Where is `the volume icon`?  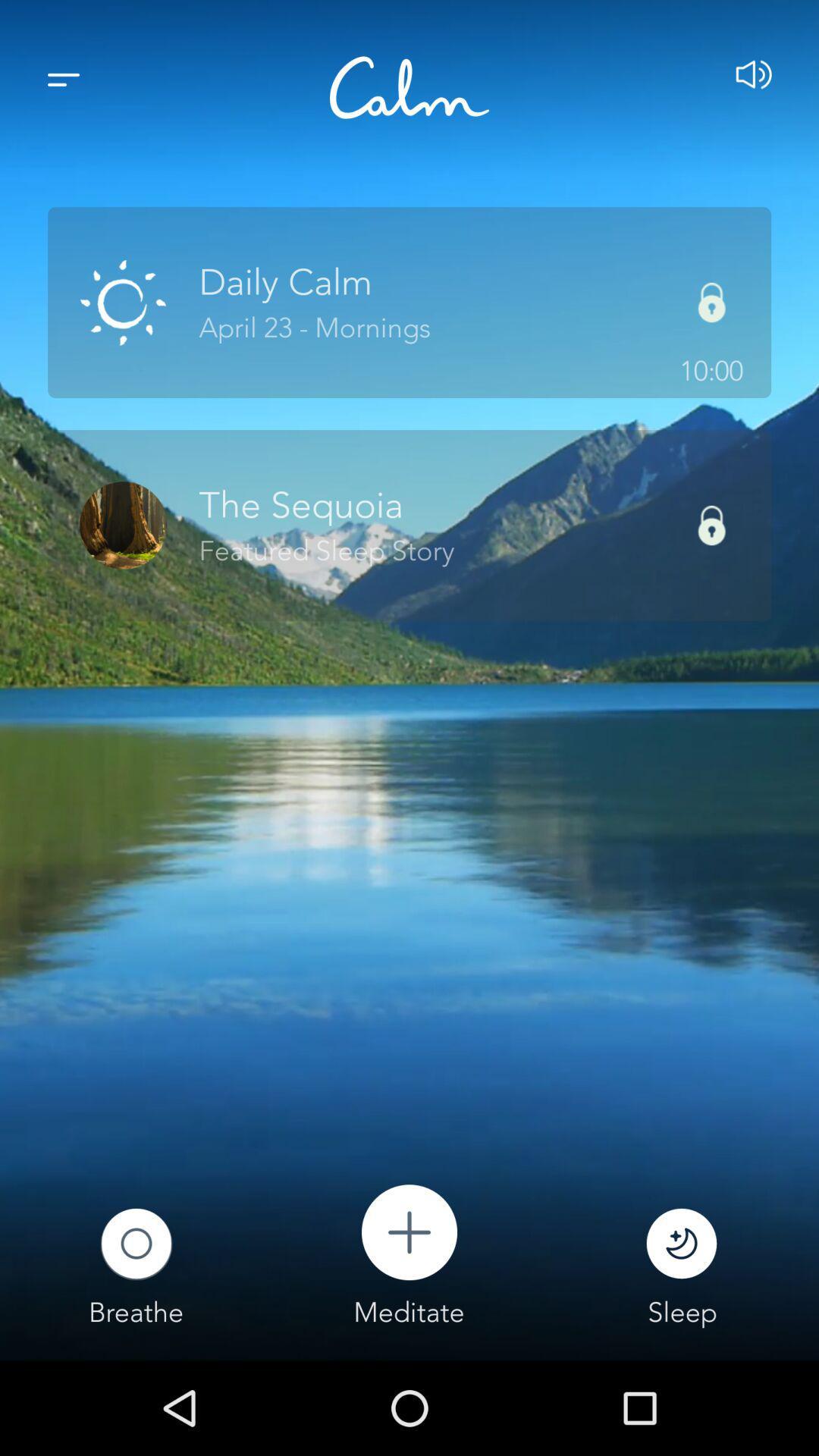
the volume icon is located at coordinates (755, 79).